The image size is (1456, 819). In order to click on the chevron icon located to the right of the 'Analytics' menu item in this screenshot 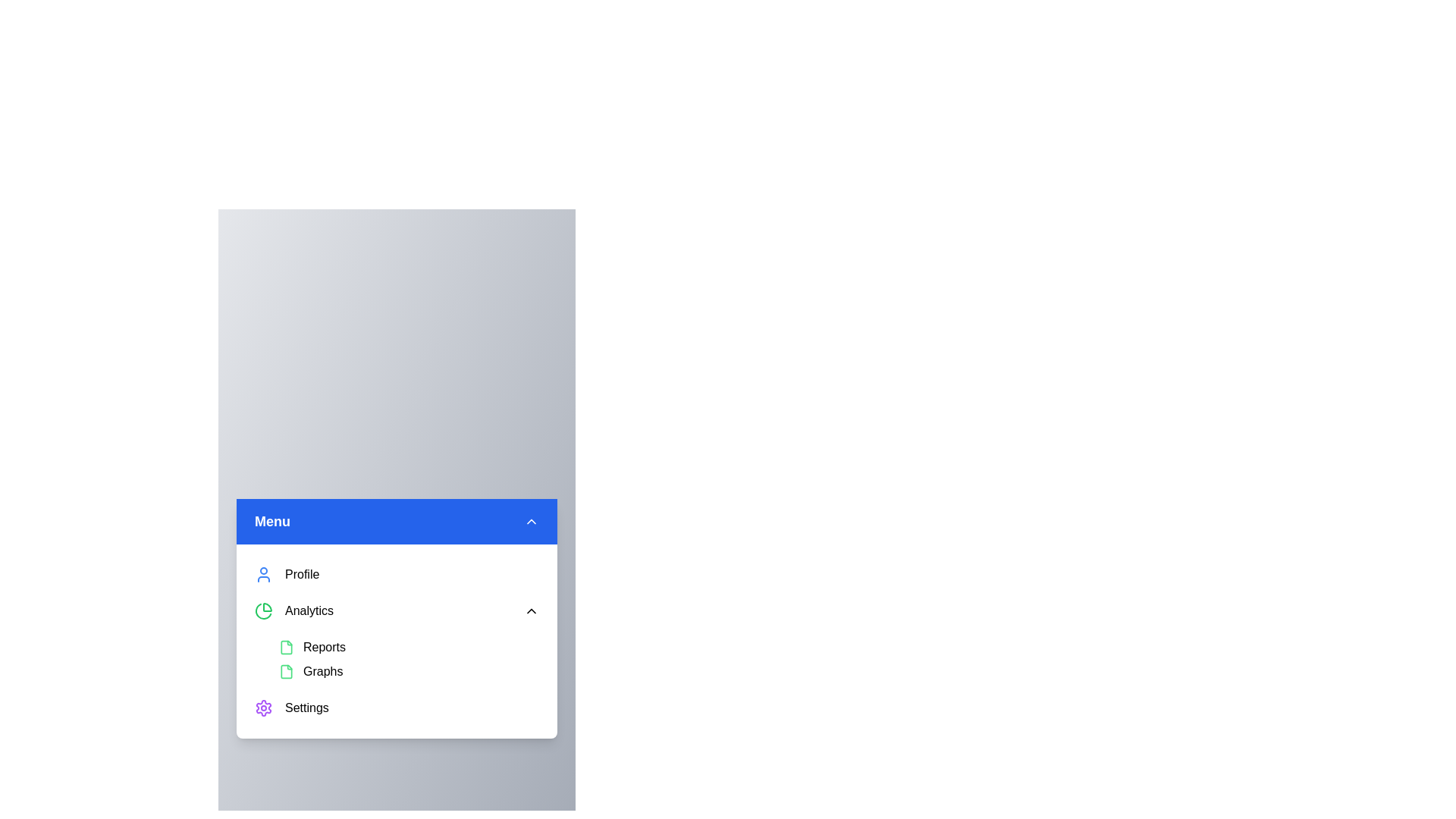, I will do `click(531, 610)`.